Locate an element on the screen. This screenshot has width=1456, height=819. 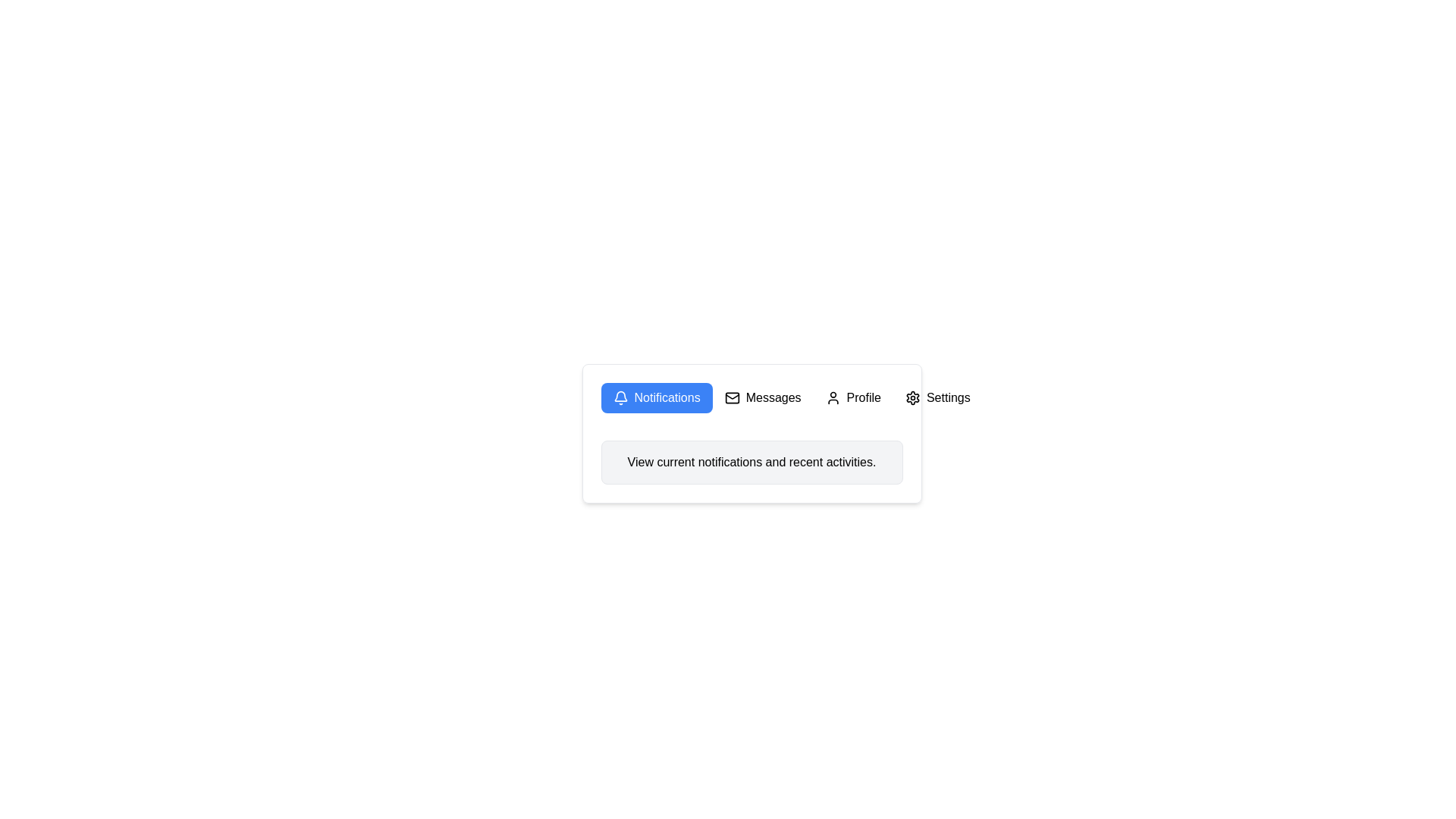
the notifications label in the navigation bar is located at coordinates (667, 397).